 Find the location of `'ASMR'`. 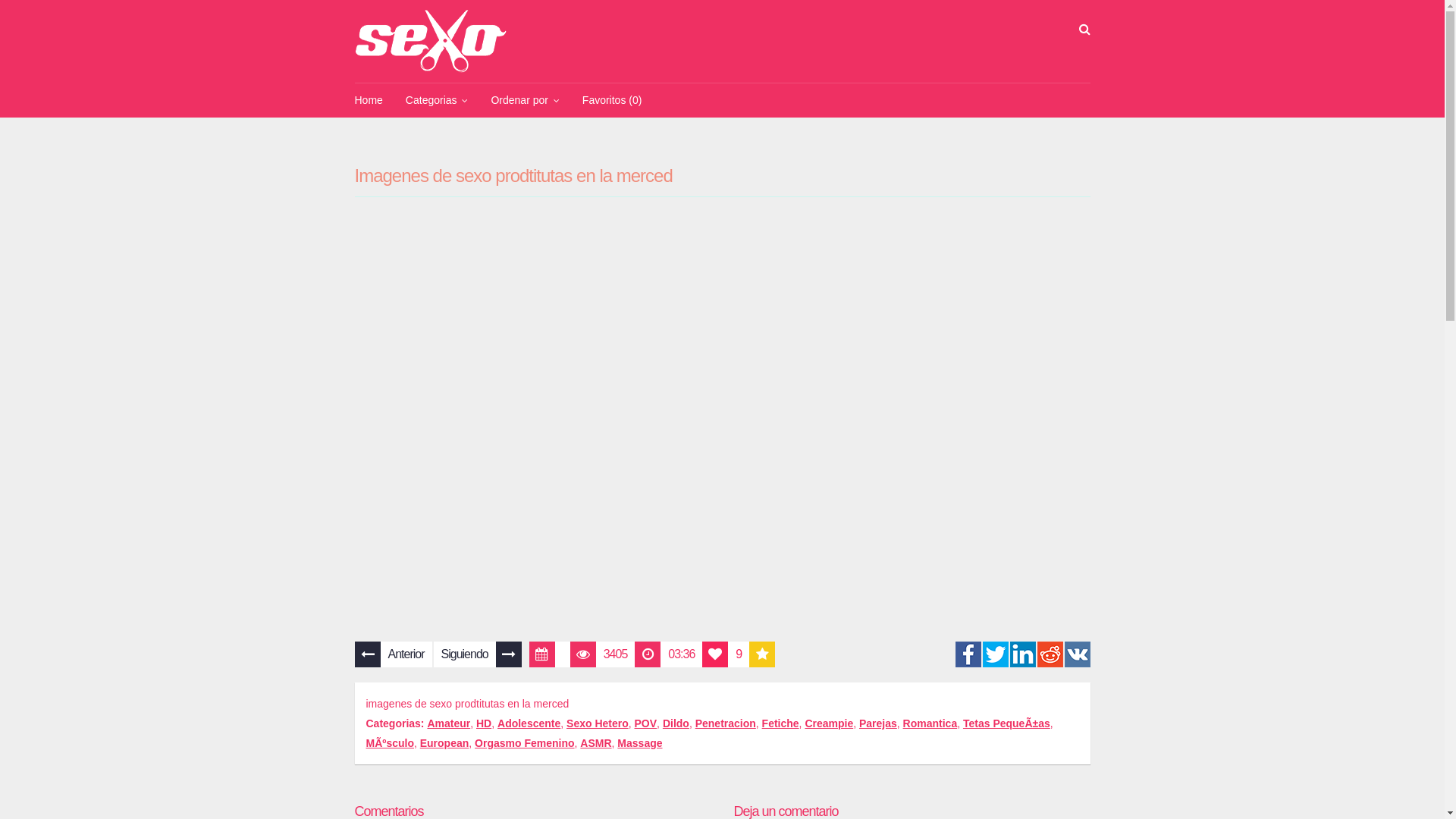

'ASMR' is located at coordinates (595, 742).